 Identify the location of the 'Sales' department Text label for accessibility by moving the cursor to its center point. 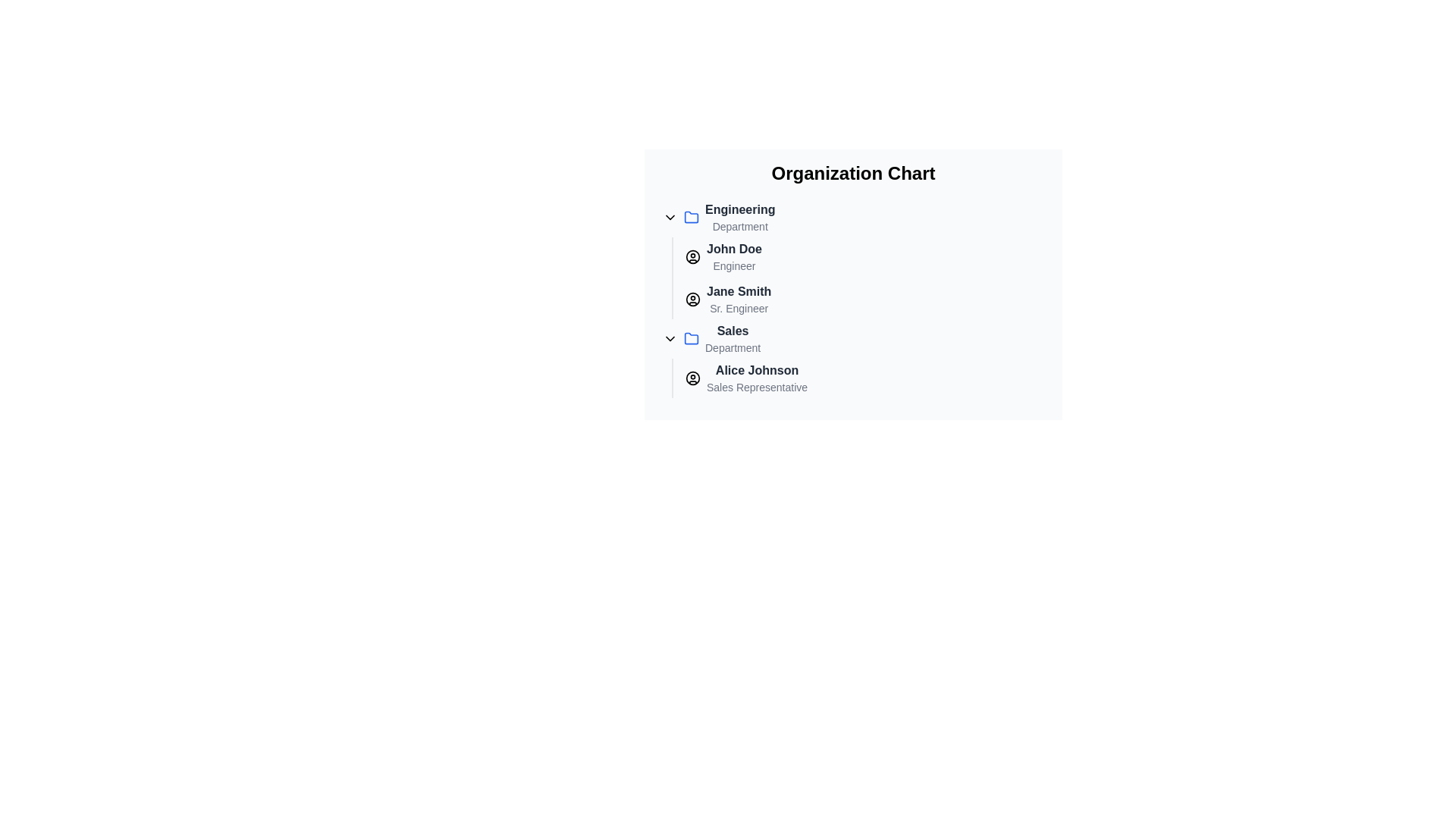
(733, 338).